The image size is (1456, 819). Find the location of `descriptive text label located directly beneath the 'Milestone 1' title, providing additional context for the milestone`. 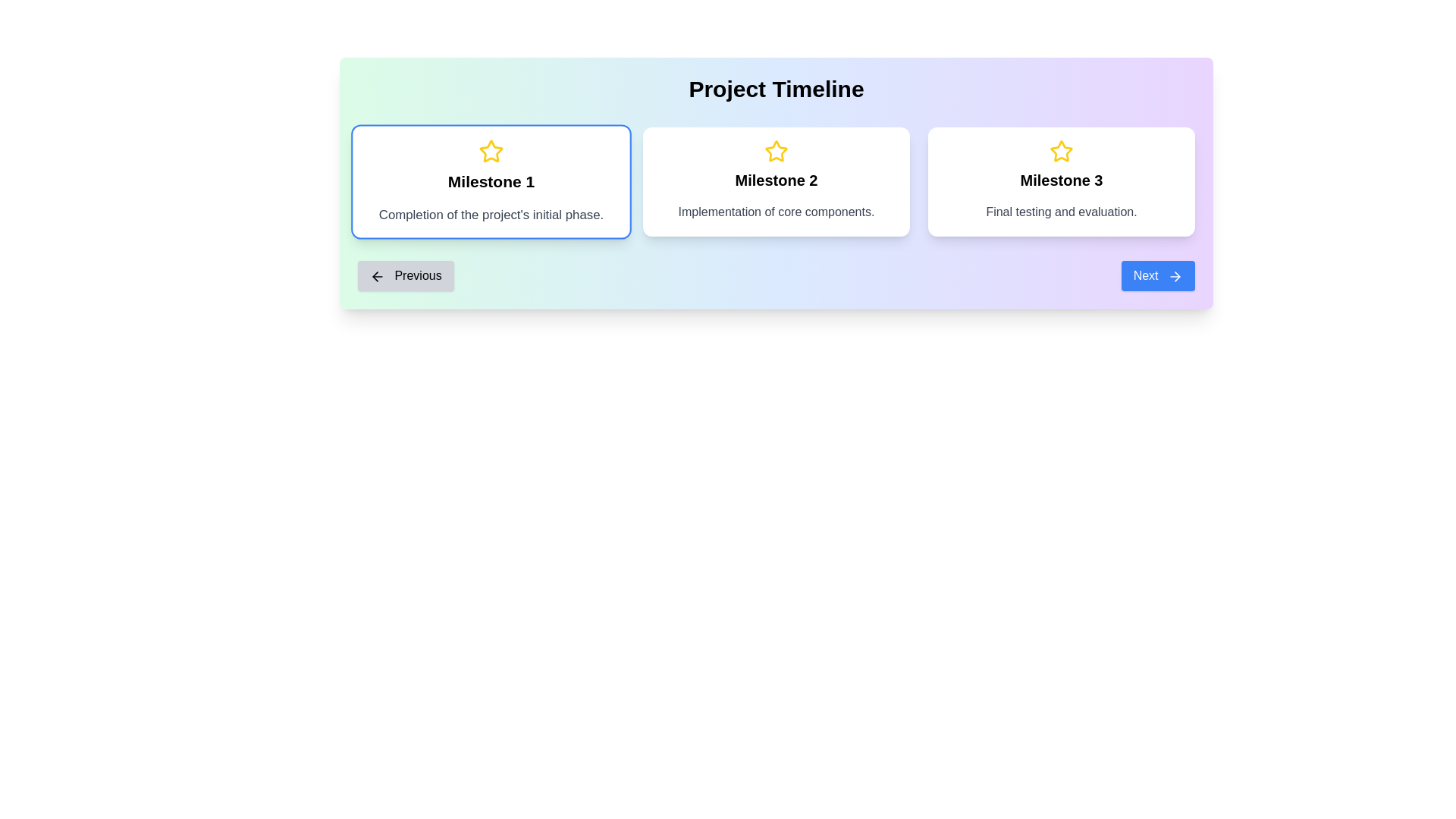

descriptive text label located directly beneath the 'Milestone 1' title, providing additional context for the milestone is located at coordinates (491, 215).